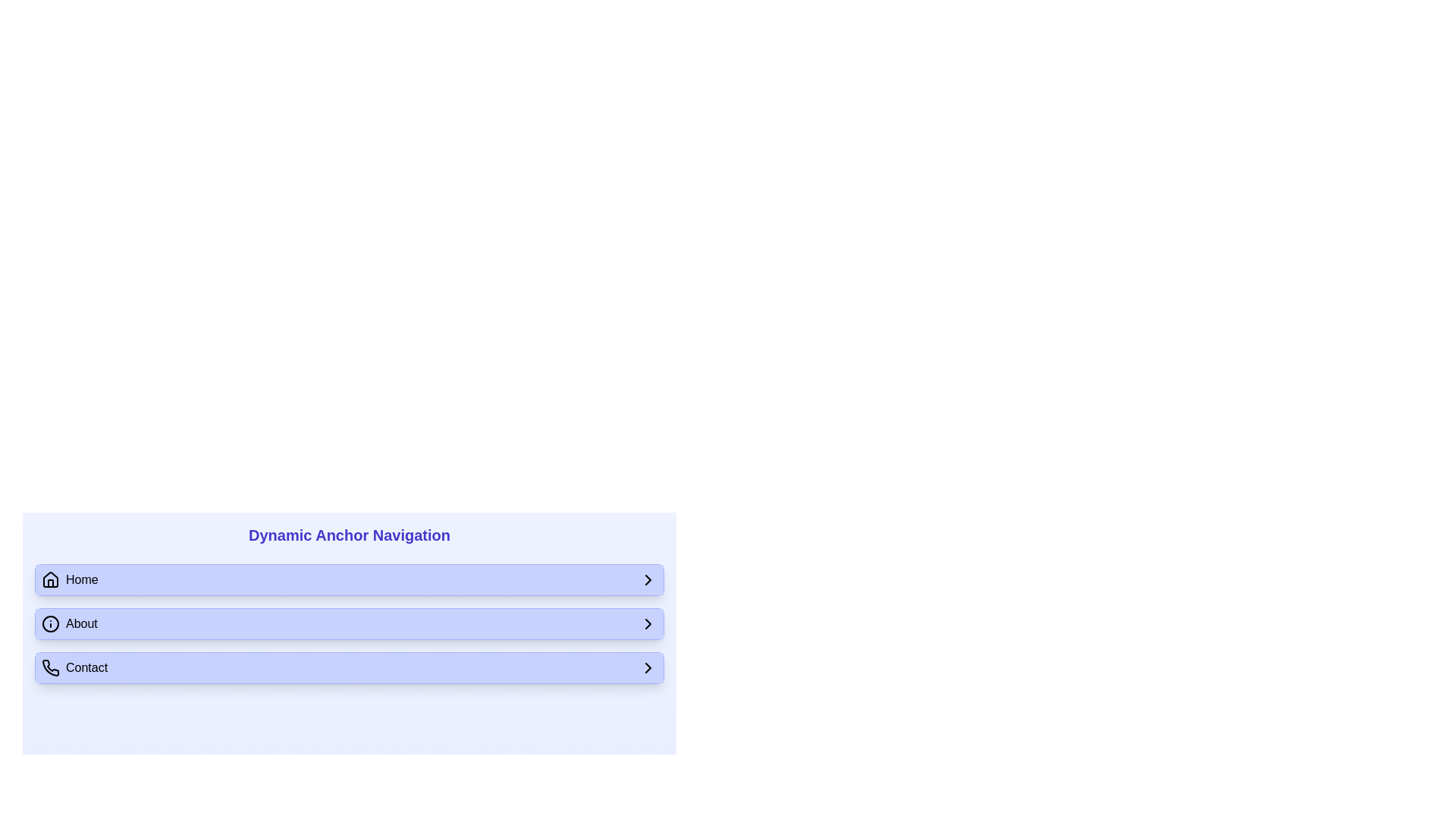  What do you see at coordinates (348, 579) in the screenshot?
I see `the 'Home' navigation button located at the top of the vertical list under 'Dynamic Anchor Navigation'` at bounding box center [348, 579].